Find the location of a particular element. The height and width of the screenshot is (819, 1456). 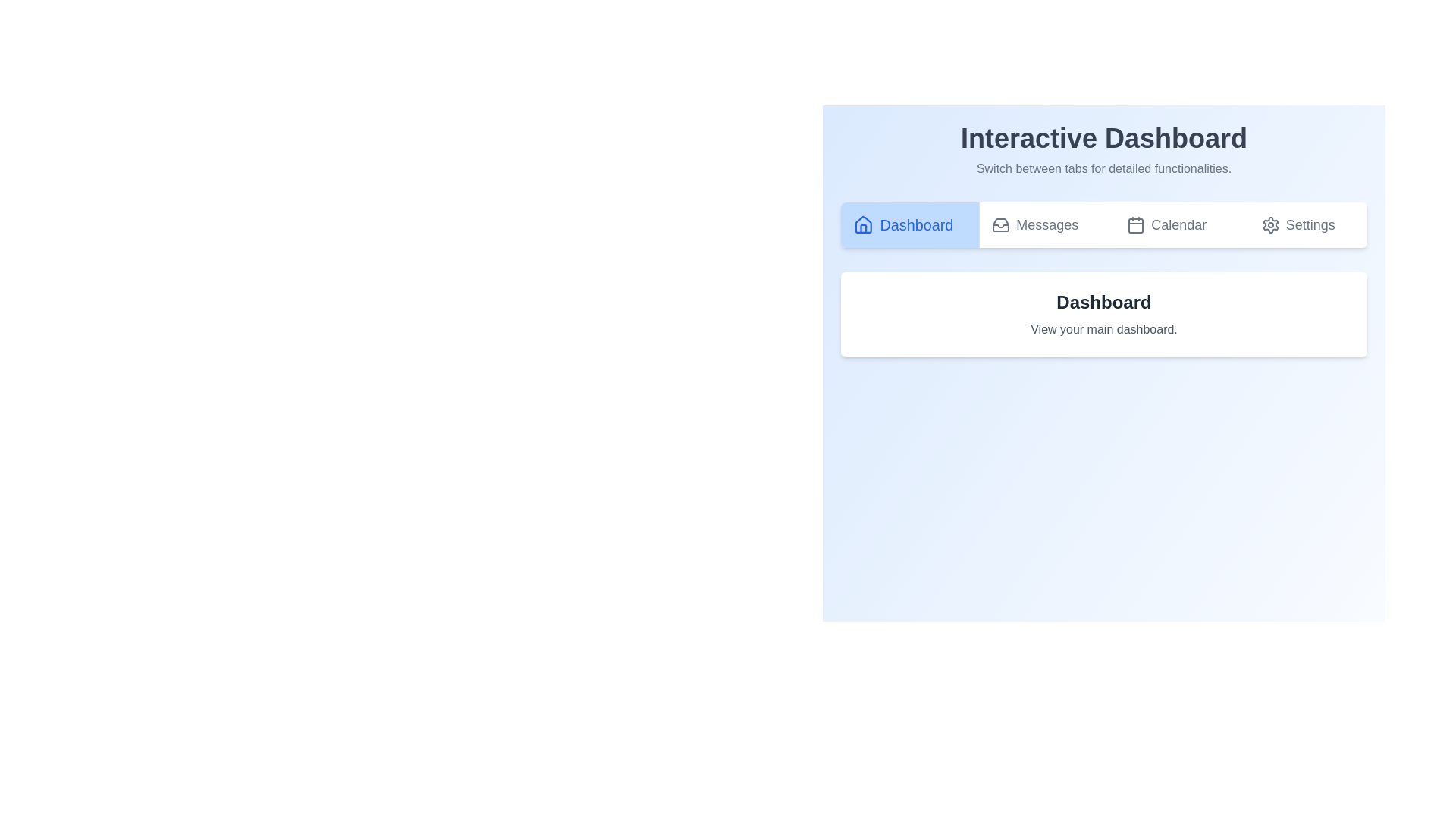

the button in the navigation bar at the top central region is located at coordinates (1103, 225).